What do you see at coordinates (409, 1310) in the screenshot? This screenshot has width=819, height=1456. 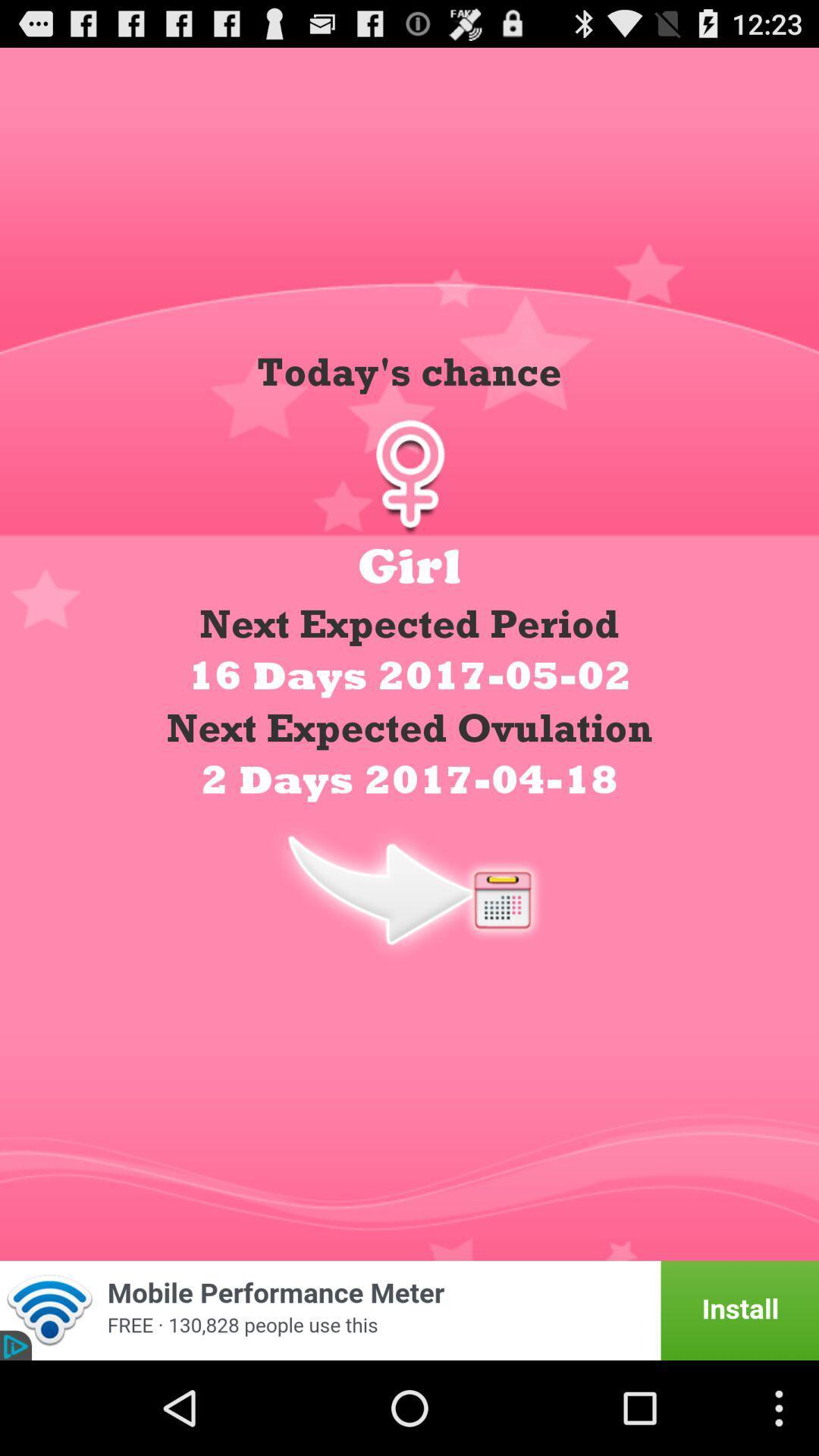 I see `click on add` at bounding box center [409, 1310].